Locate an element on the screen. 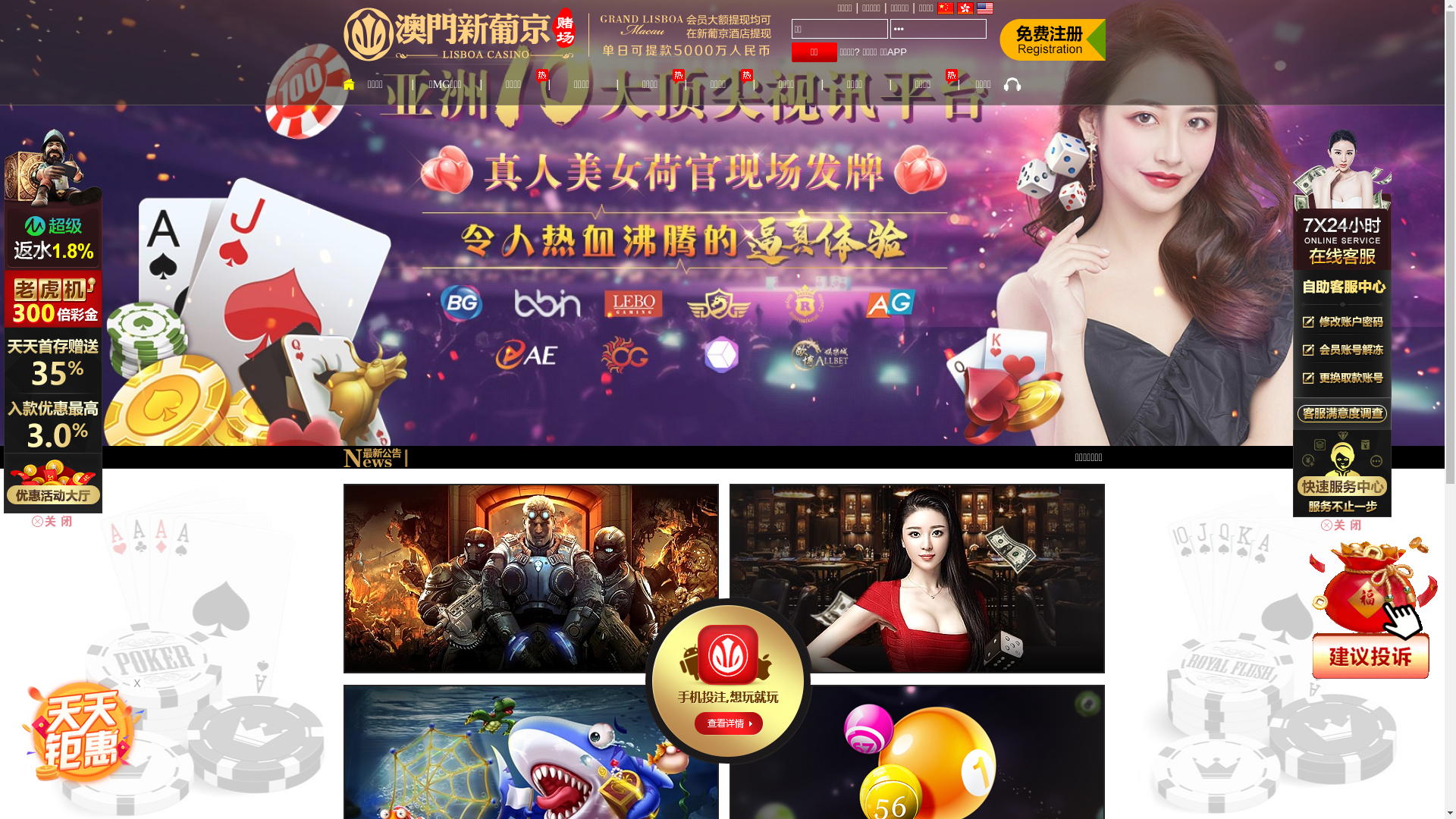 The image size is (1456, 819). 'English' is located at coordinates (976, 8).